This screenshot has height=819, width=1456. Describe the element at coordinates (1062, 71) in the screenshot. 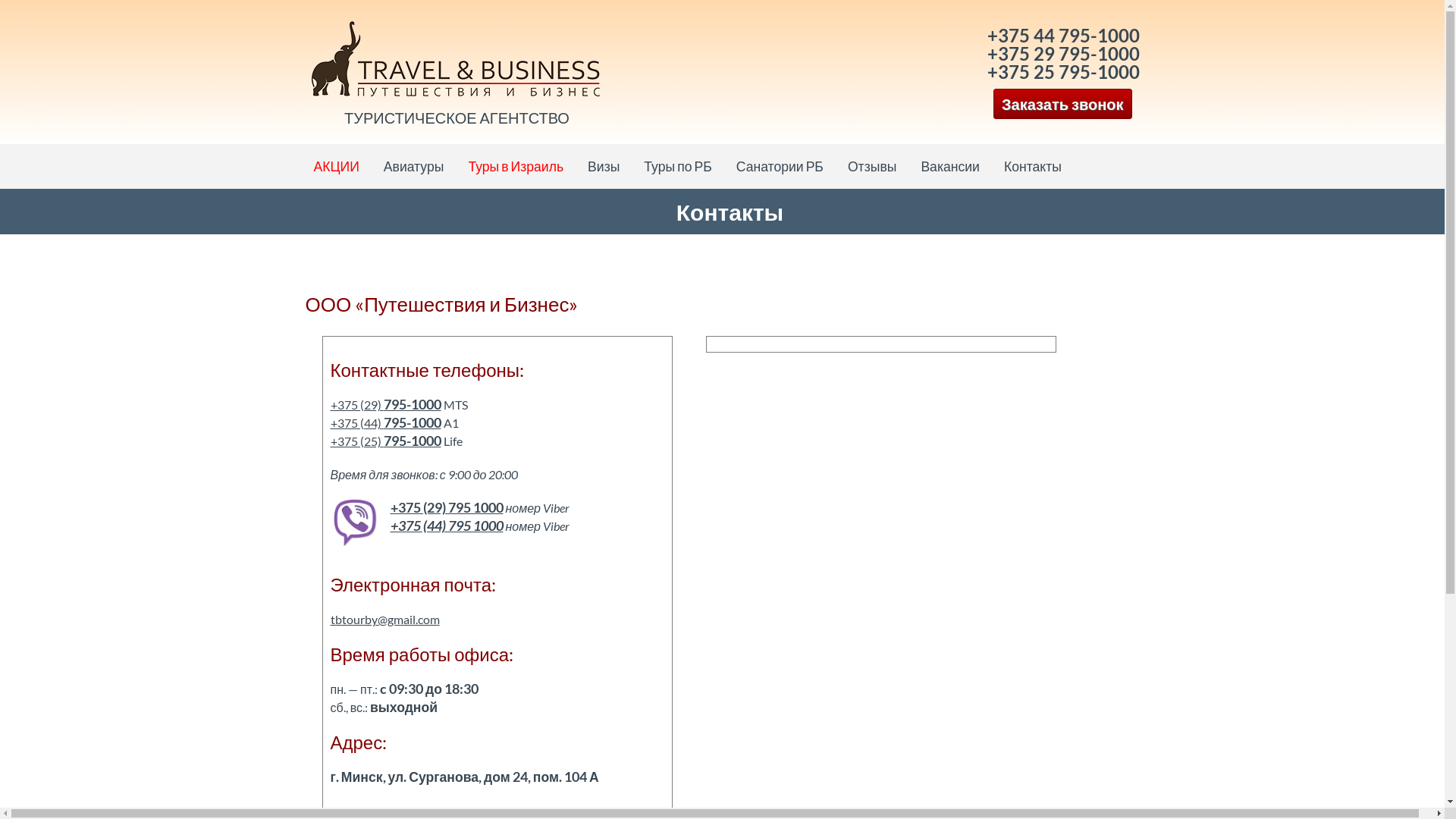

I see `'+375 25 795-1000'` at that location.